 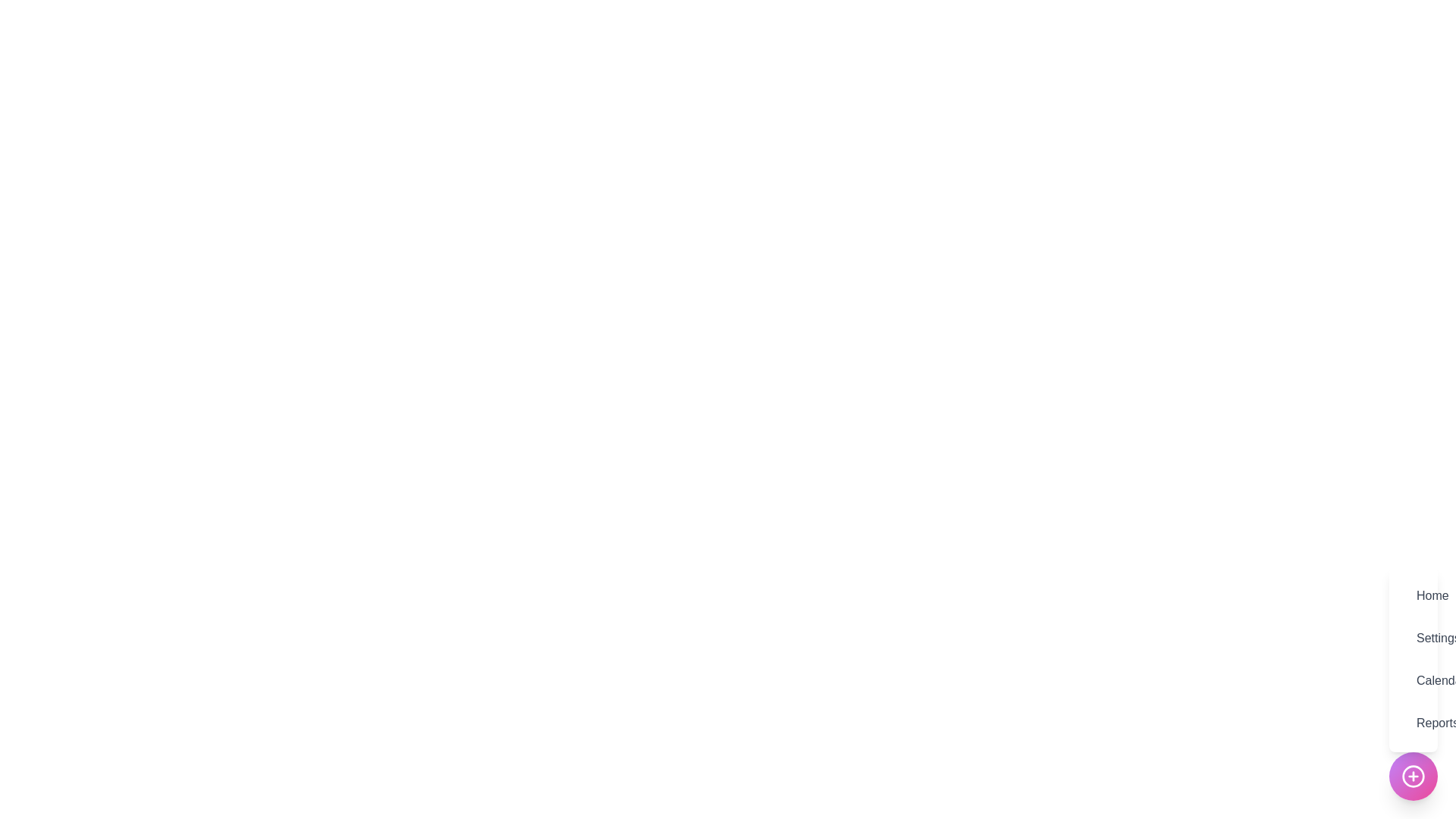 I want to click on the menu item Calendar to select it, so click(x=1412, y=680).